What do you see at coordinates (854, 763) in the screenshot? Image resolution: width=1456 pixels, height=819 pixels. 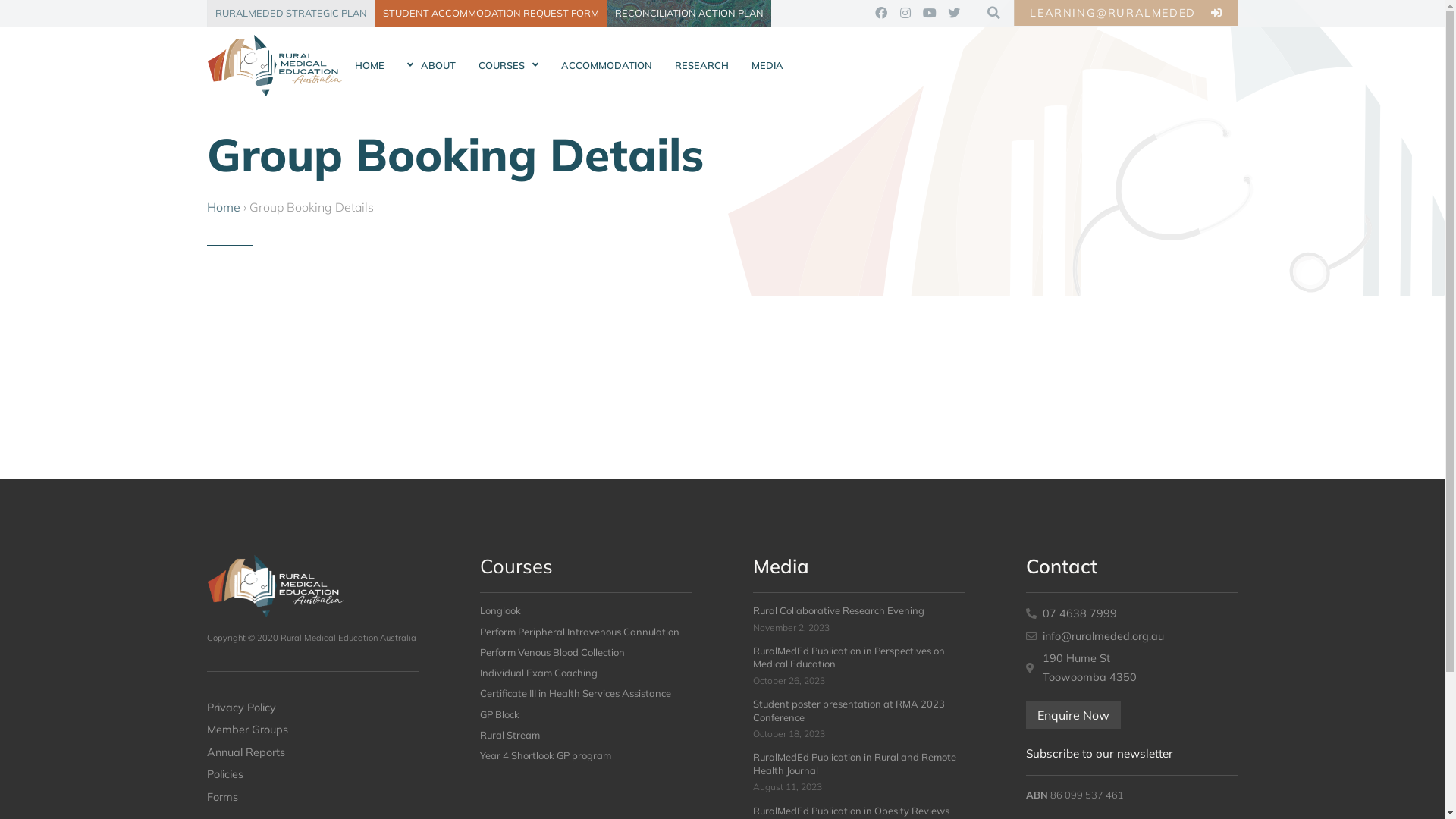 I see `'RuralMedEd Publication in Rural and Remote Health Journal'` at bounding box center [854, 763].